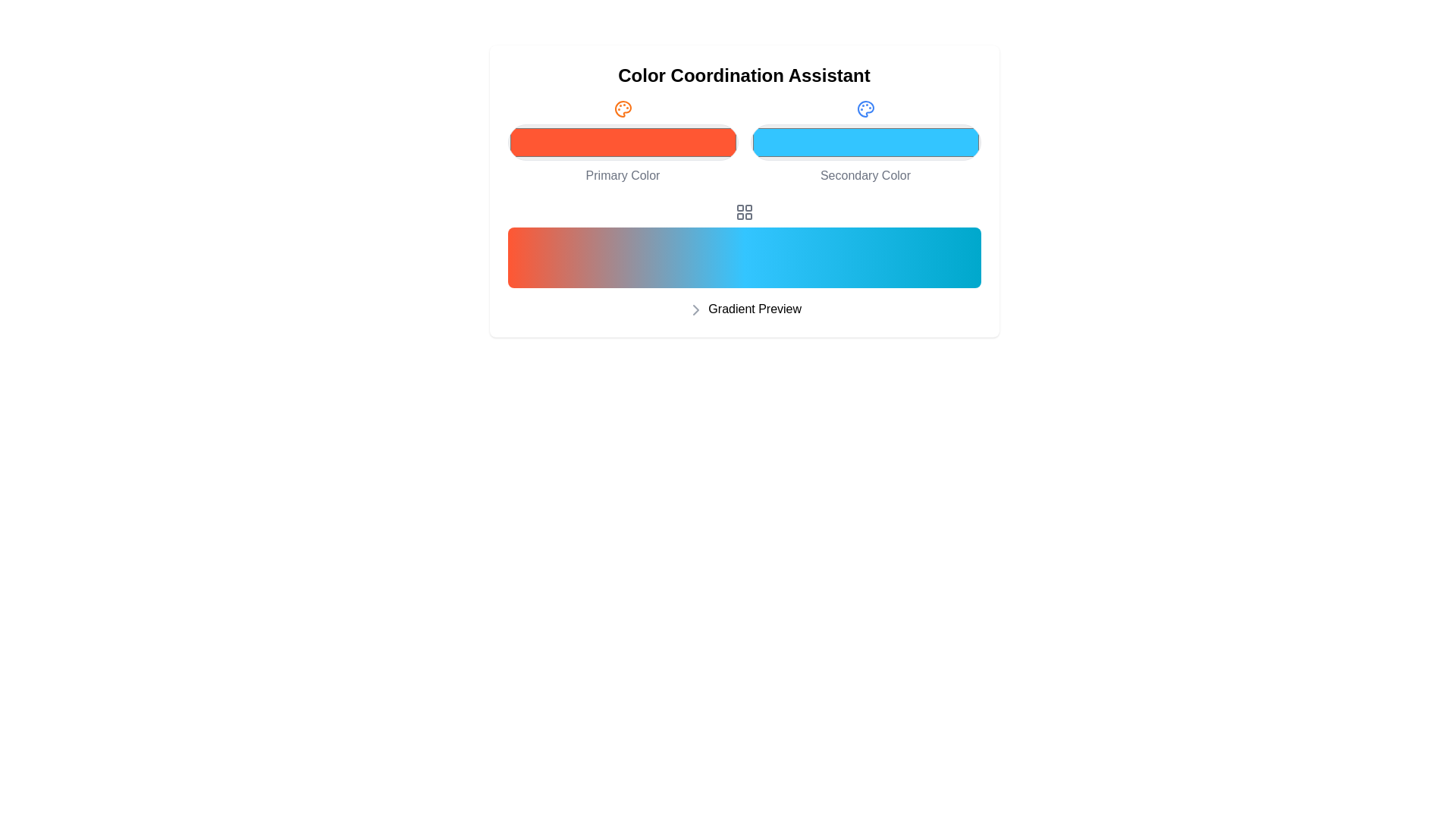  What do you see at coordinates (695, 309) in the screenshot?
I see `the Chevron or Arrow Icon located to the left of the text 'Gradient Preview' for navigation indication` at bounding box center [695, 309].